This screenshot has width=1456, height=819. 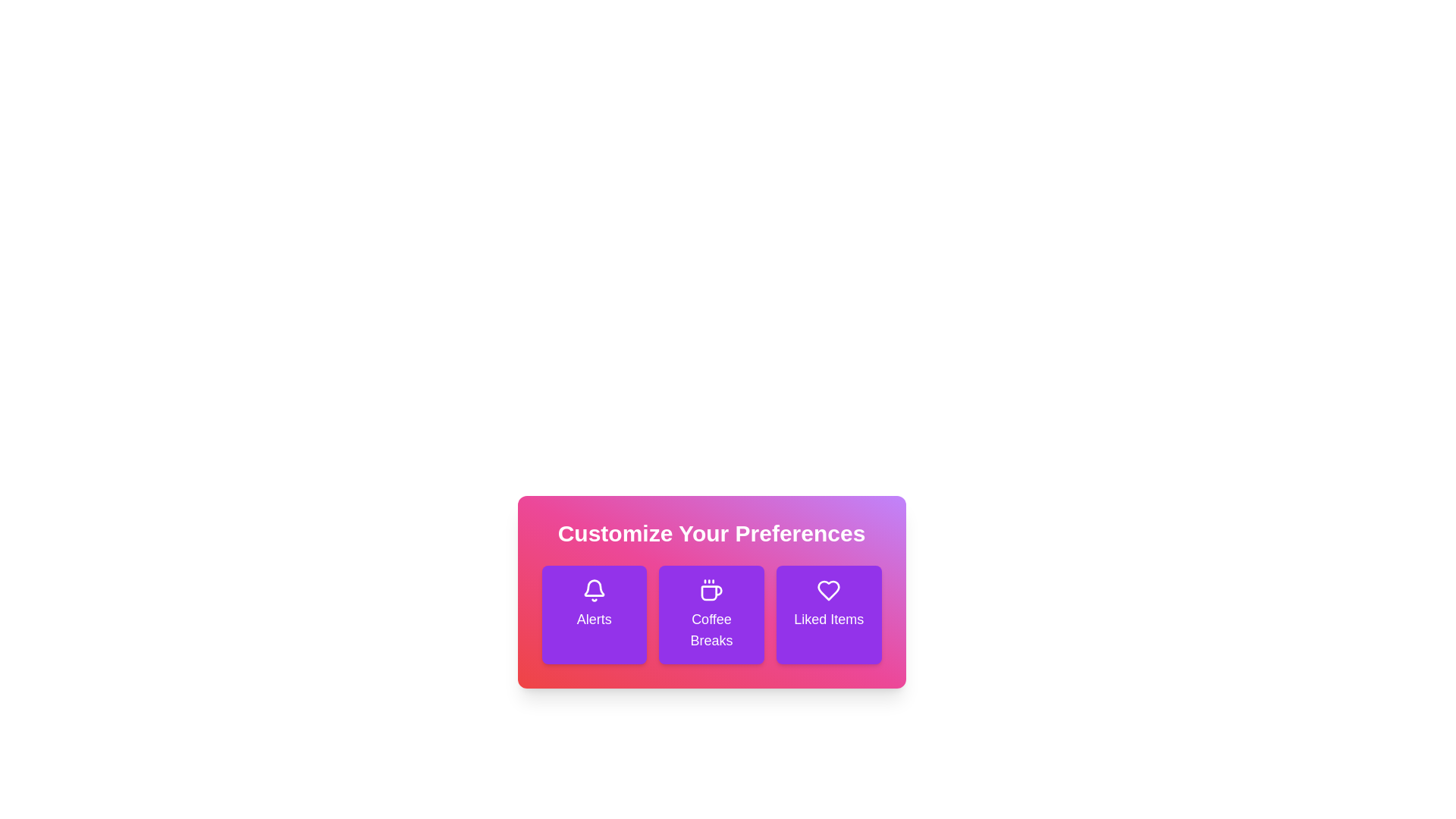 I want to click on the 'Coffee Breaks' icon represented by a coffee cup, located in the middle button of the horizontally aligned options group, so click(x=711, y=592).